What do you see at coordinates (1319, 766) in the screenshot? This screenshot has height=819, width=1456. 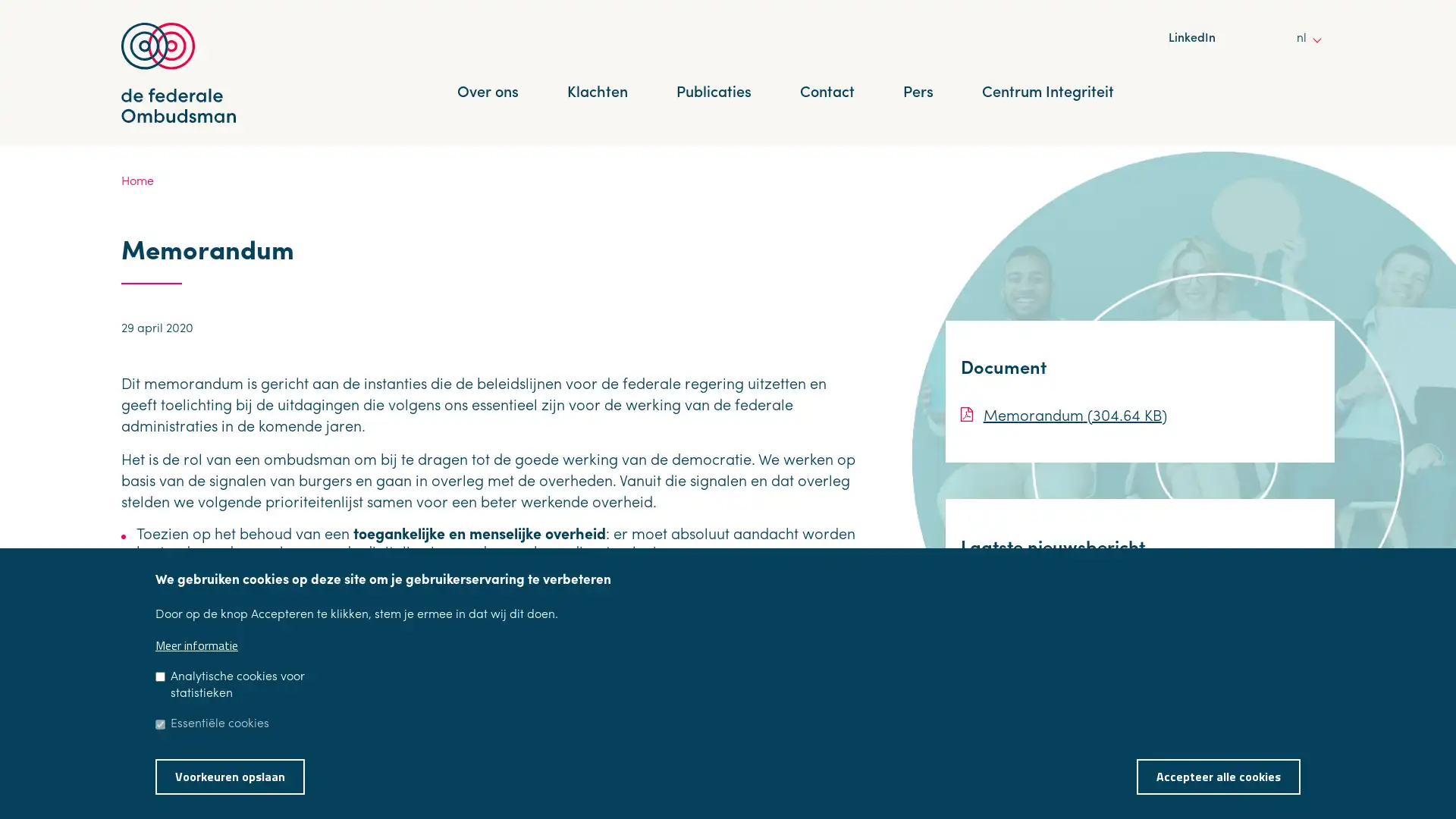 I see `Toestemming intrekken` at bounding box center [1319, 766].